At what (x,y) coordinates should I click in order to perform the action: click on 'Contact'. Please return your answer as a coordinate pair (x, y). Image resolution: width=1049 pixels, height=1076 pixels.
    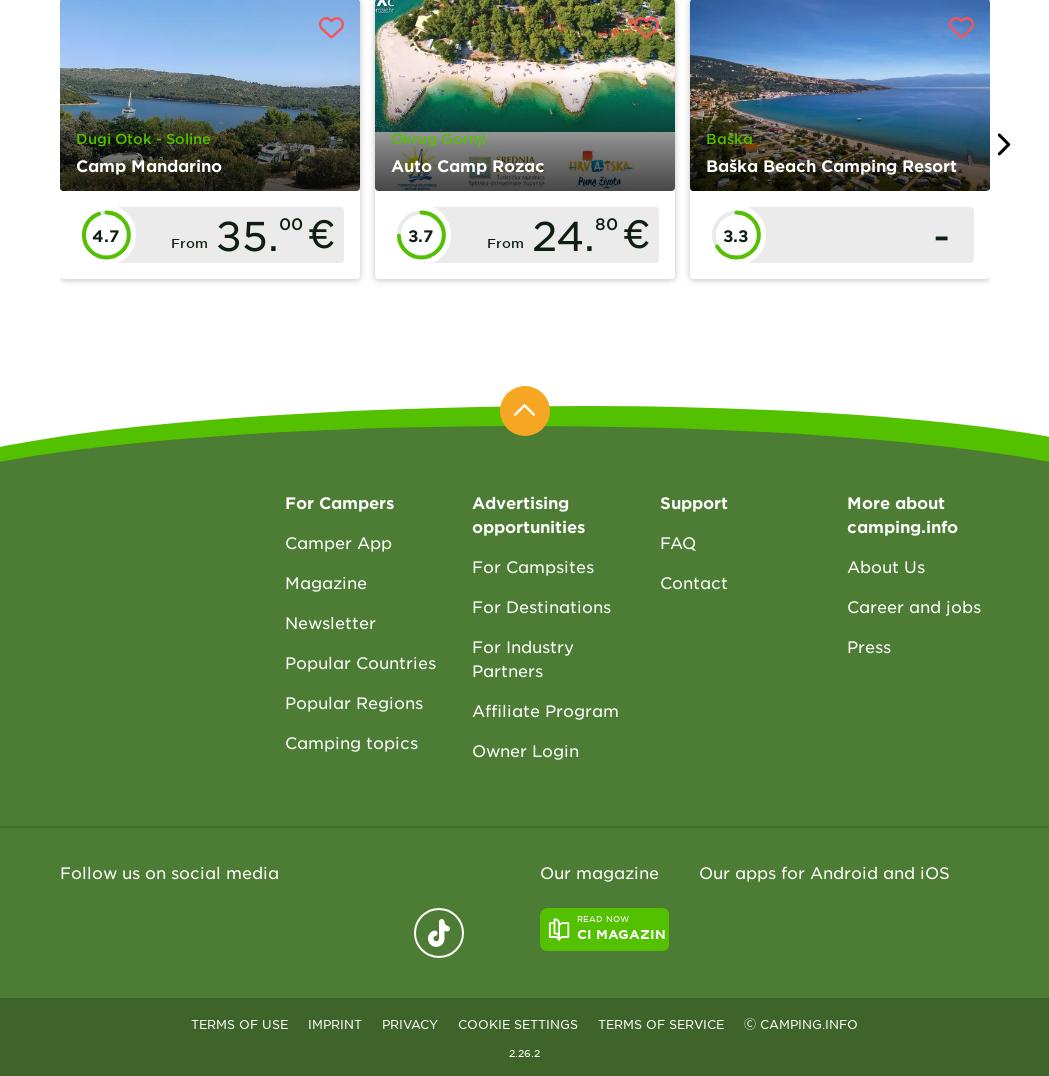
    Looking at the image, I should click on (657, 581).